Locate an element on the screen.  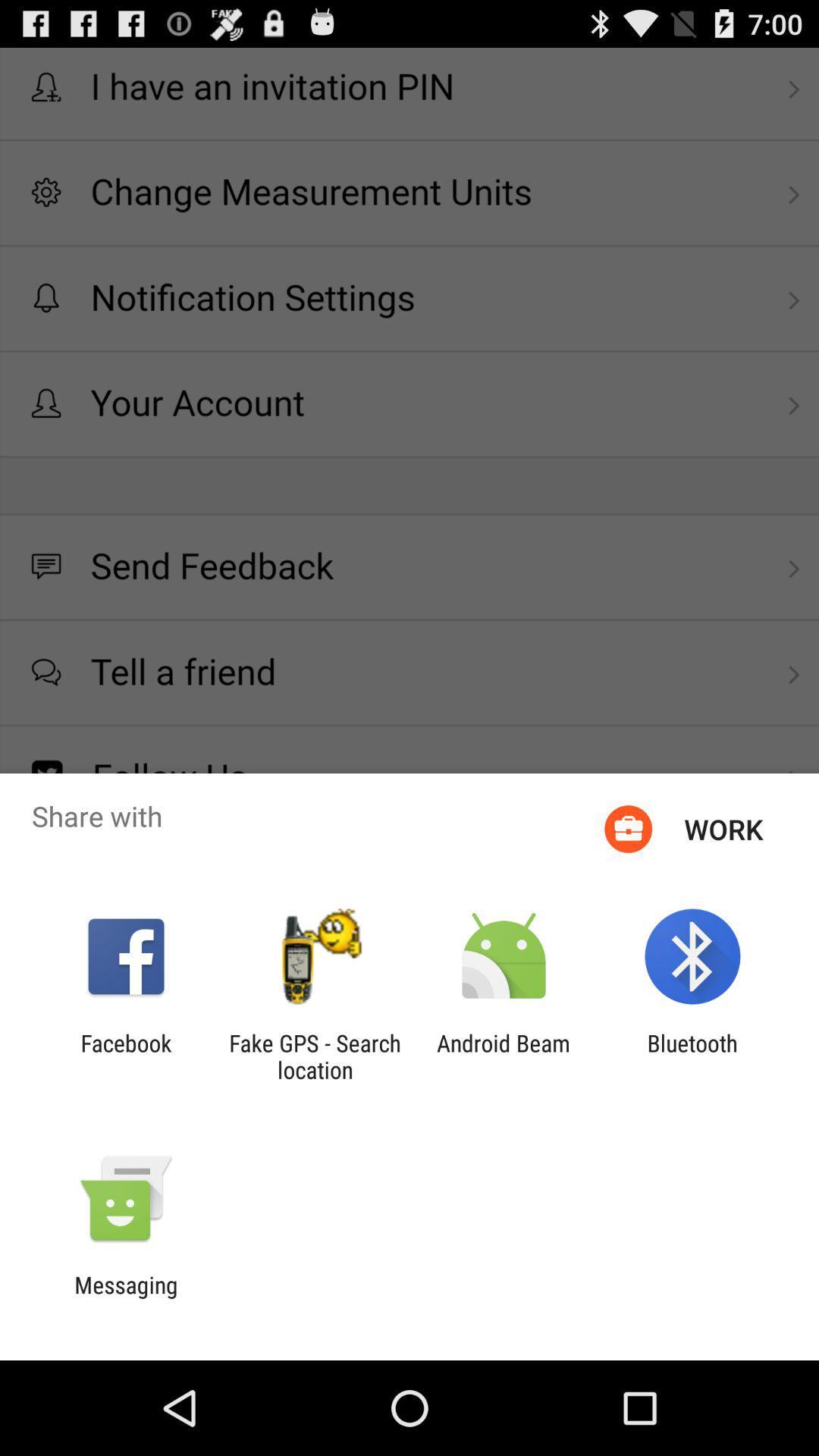
the android beam item is located at coordinates (504, 1056).